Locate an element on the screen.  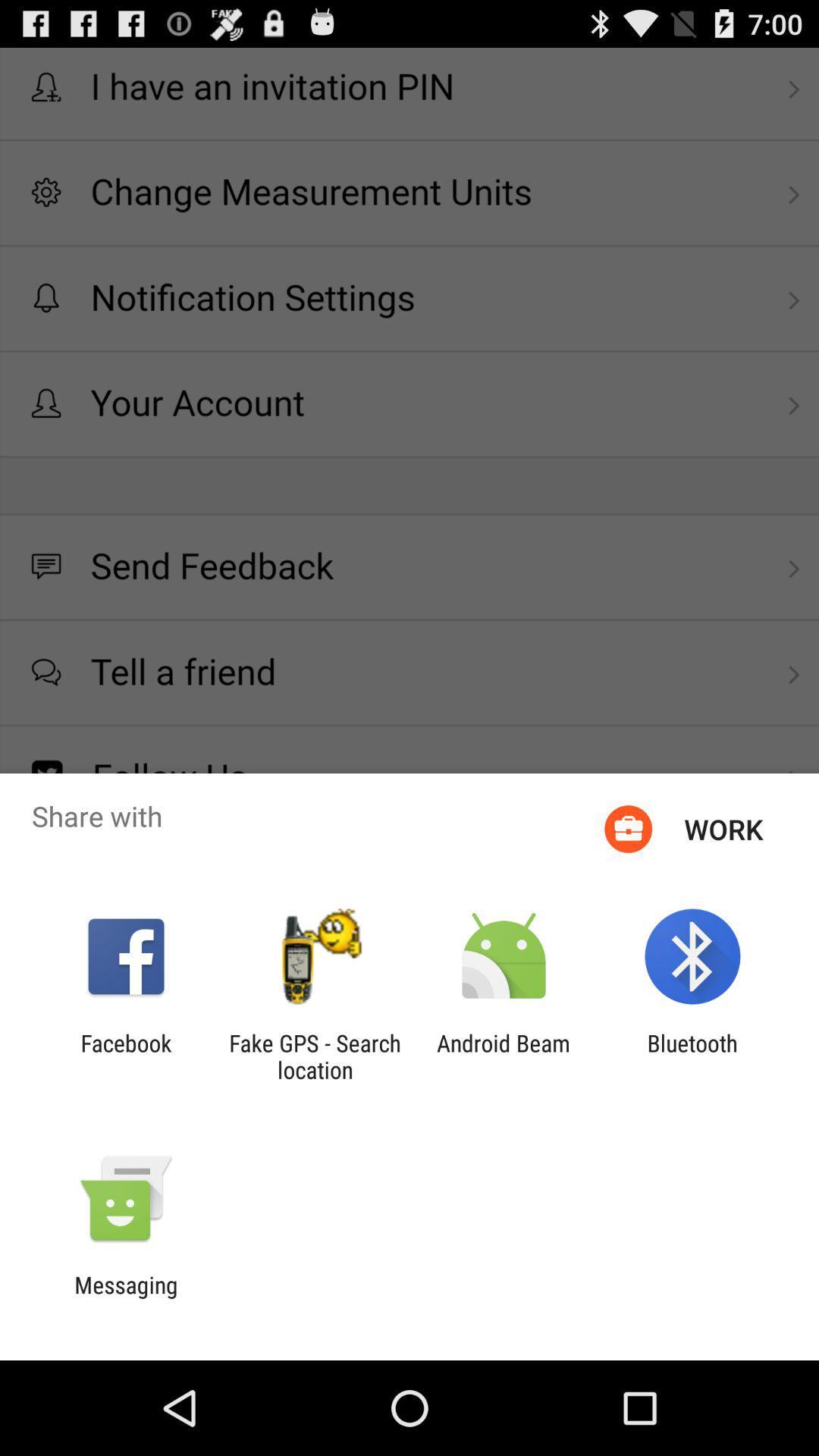
the android beam item is located at coordinates (504, 1056).